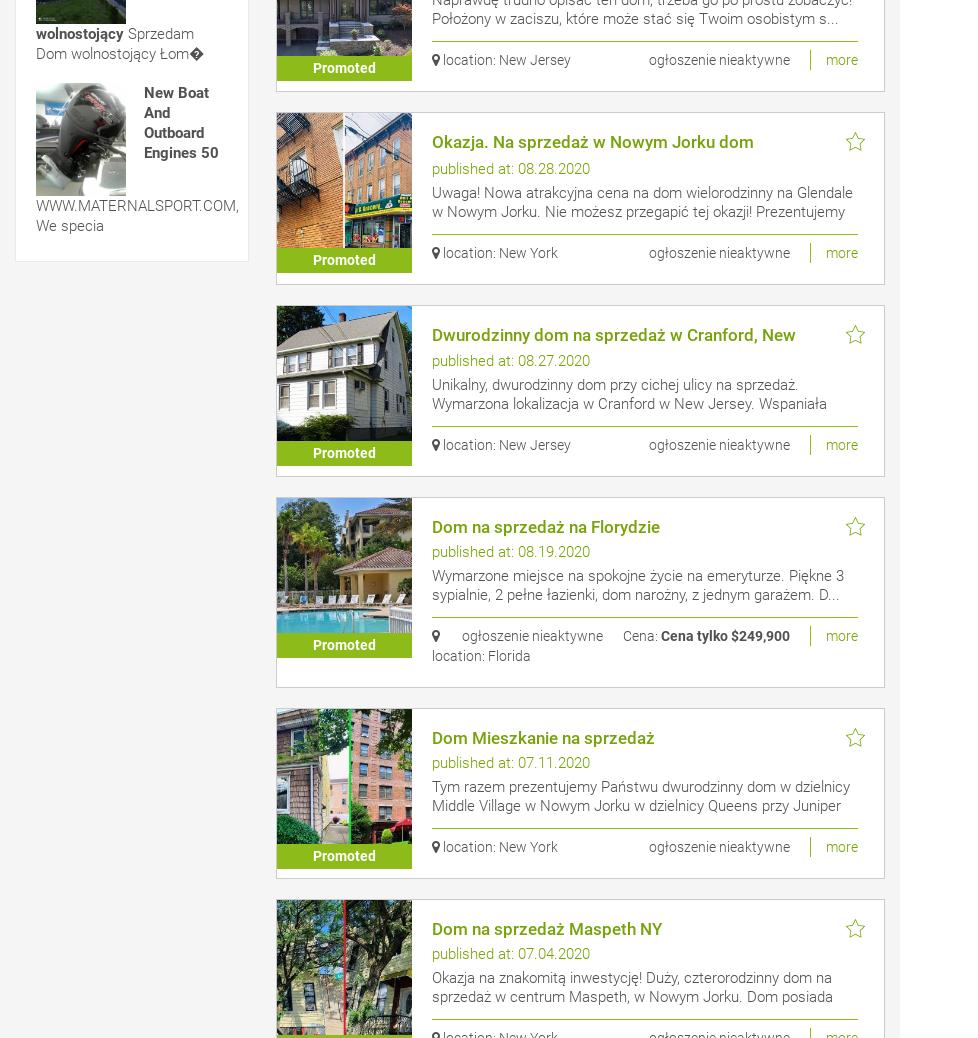 This screenshot has height=1038, width=978. I want to click on 'Wymarzone miejsce na spokojne życie na emeryturze. Piękne 3 sypialnie, 2 pełne łazienki, dom narożny, z jednym garażem.

D...', so click(636, 583).